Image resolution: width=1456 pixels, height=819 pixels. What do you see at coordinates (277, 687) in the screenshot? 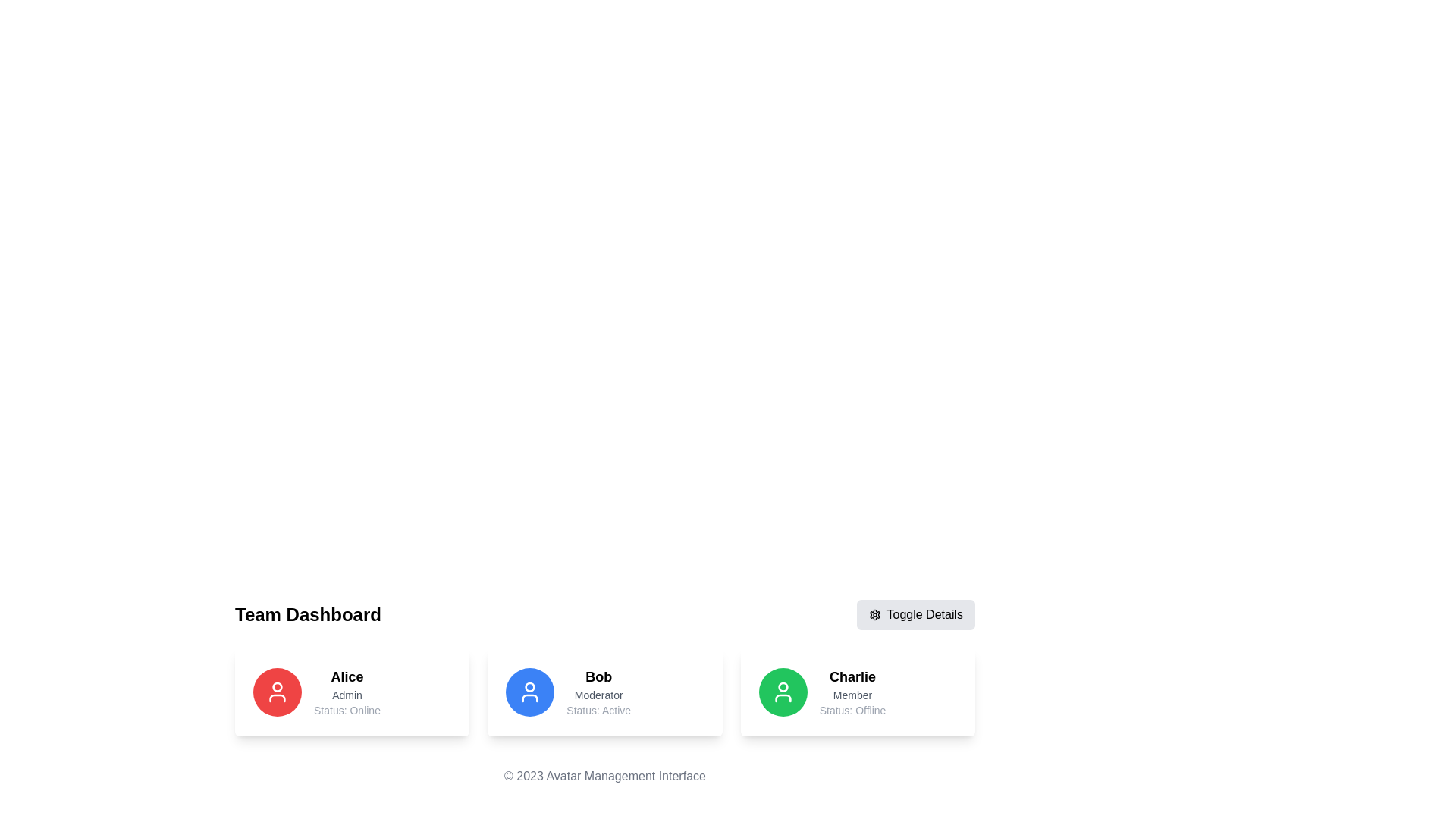
I see `the graphical decoration of the 'Alice' user avatar in the 'Team Dashboard', which is the first user card on the left side` at bounding box center [277, 687].